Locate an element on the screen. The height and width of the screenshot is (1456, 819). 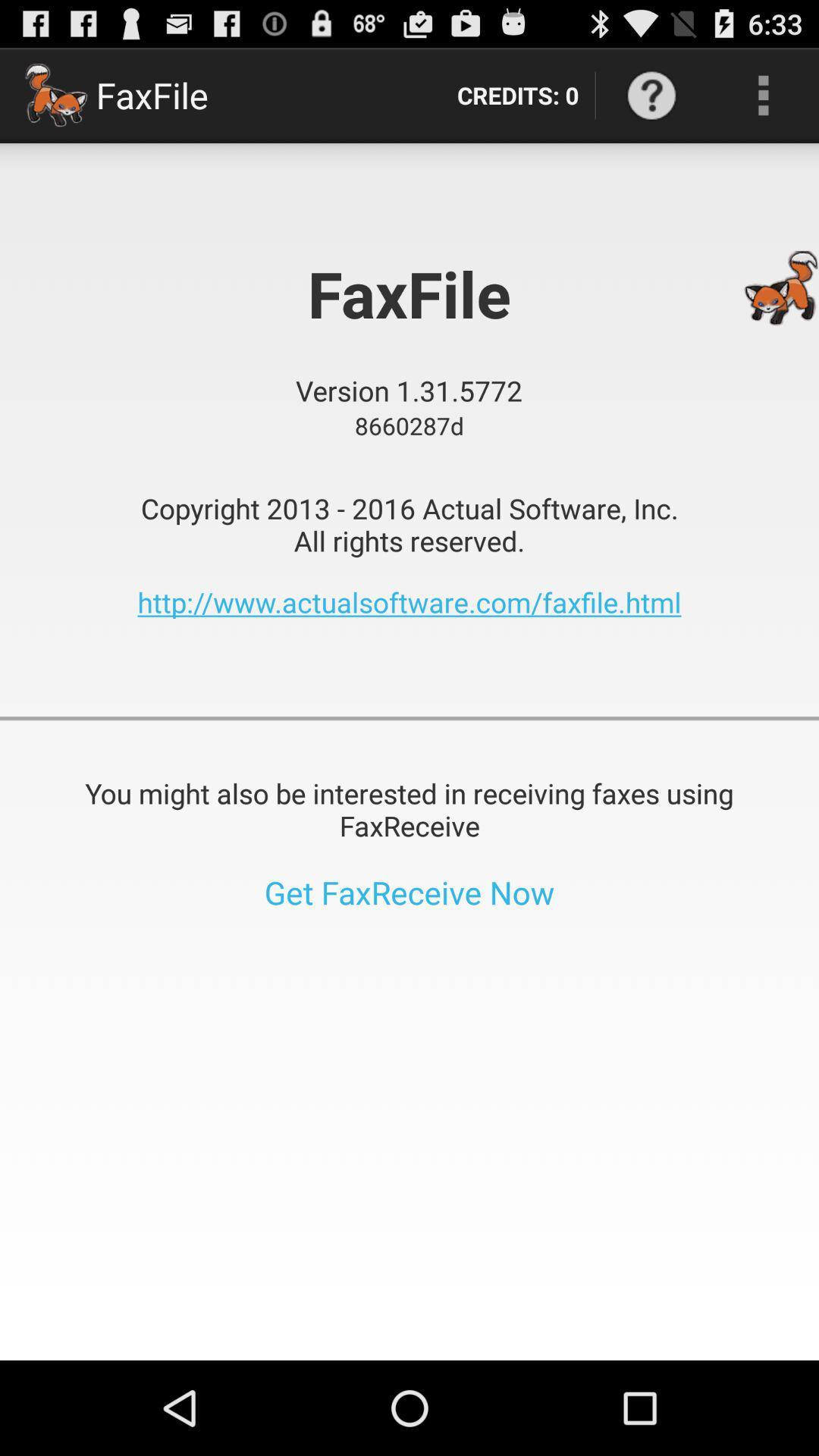
the icon above faxfile item is located at coordinates (517, 94).